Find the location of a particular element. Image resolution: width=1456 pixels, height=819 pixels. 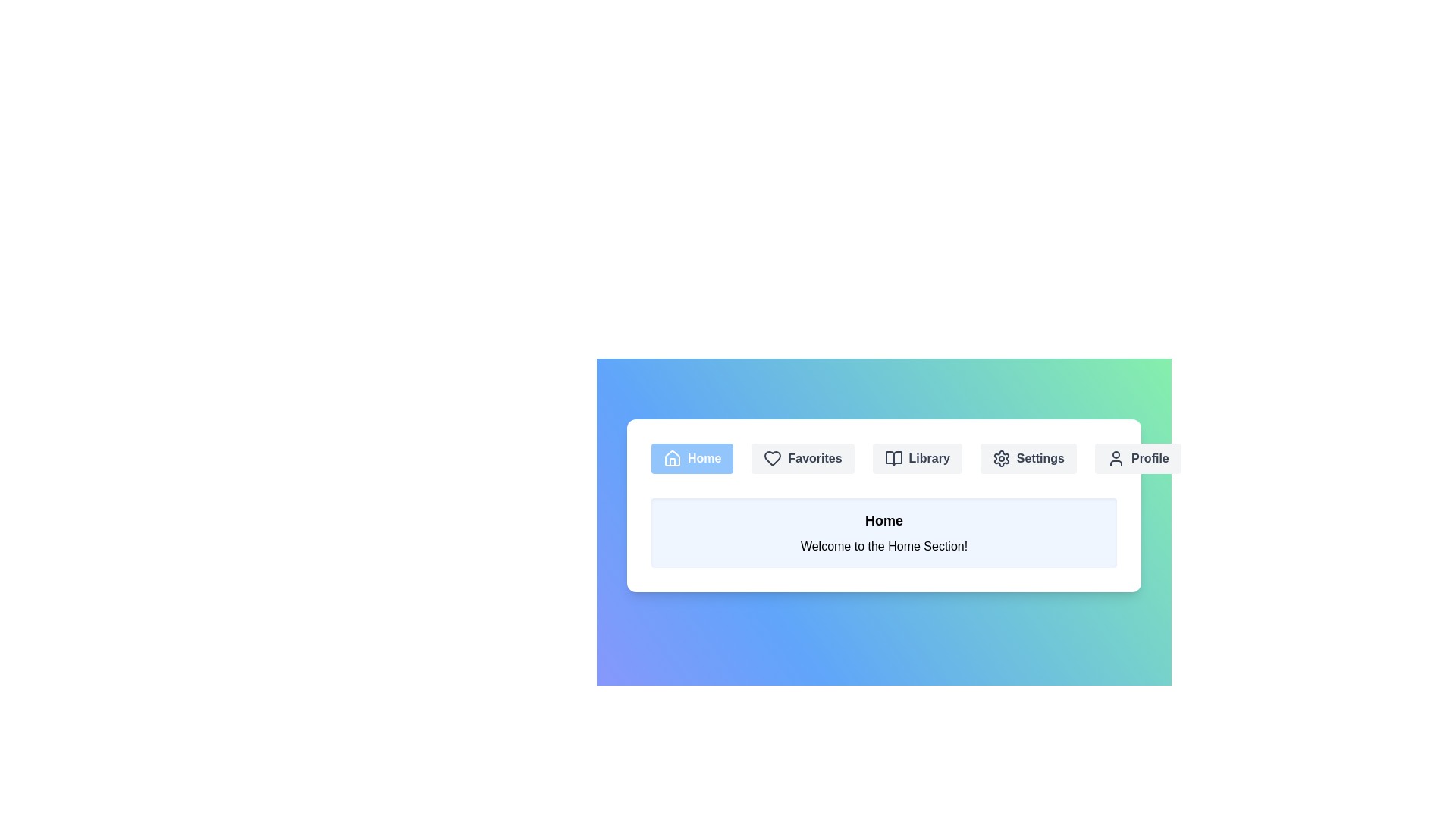

the 'Profile' button, which is styled with a white background, rounded edges, and contains a user silhouette icon is located at coordinates (1137, 458).